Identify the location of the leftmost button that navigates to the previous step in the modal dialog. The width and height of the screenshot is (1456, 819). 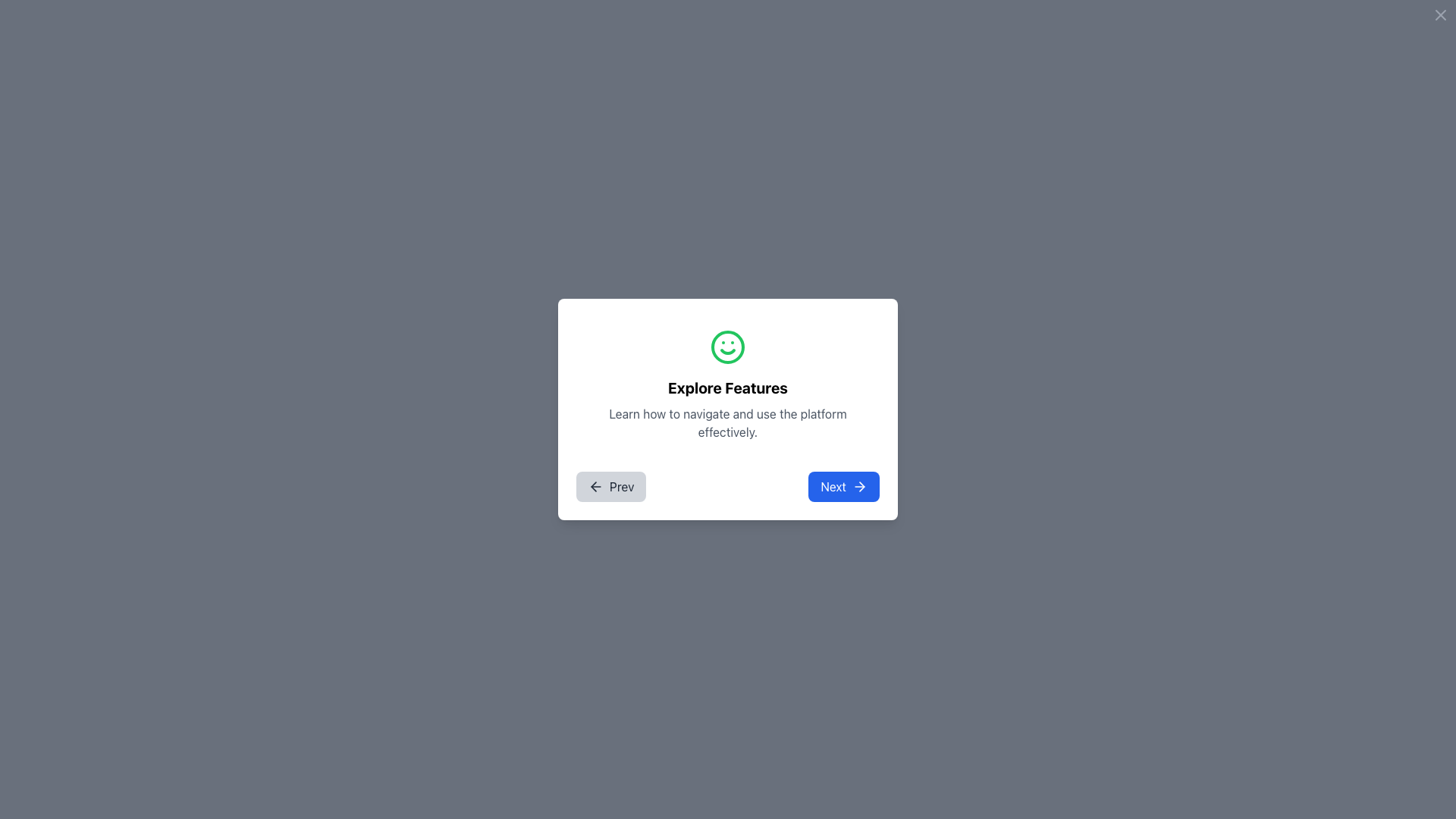
(611, 486).